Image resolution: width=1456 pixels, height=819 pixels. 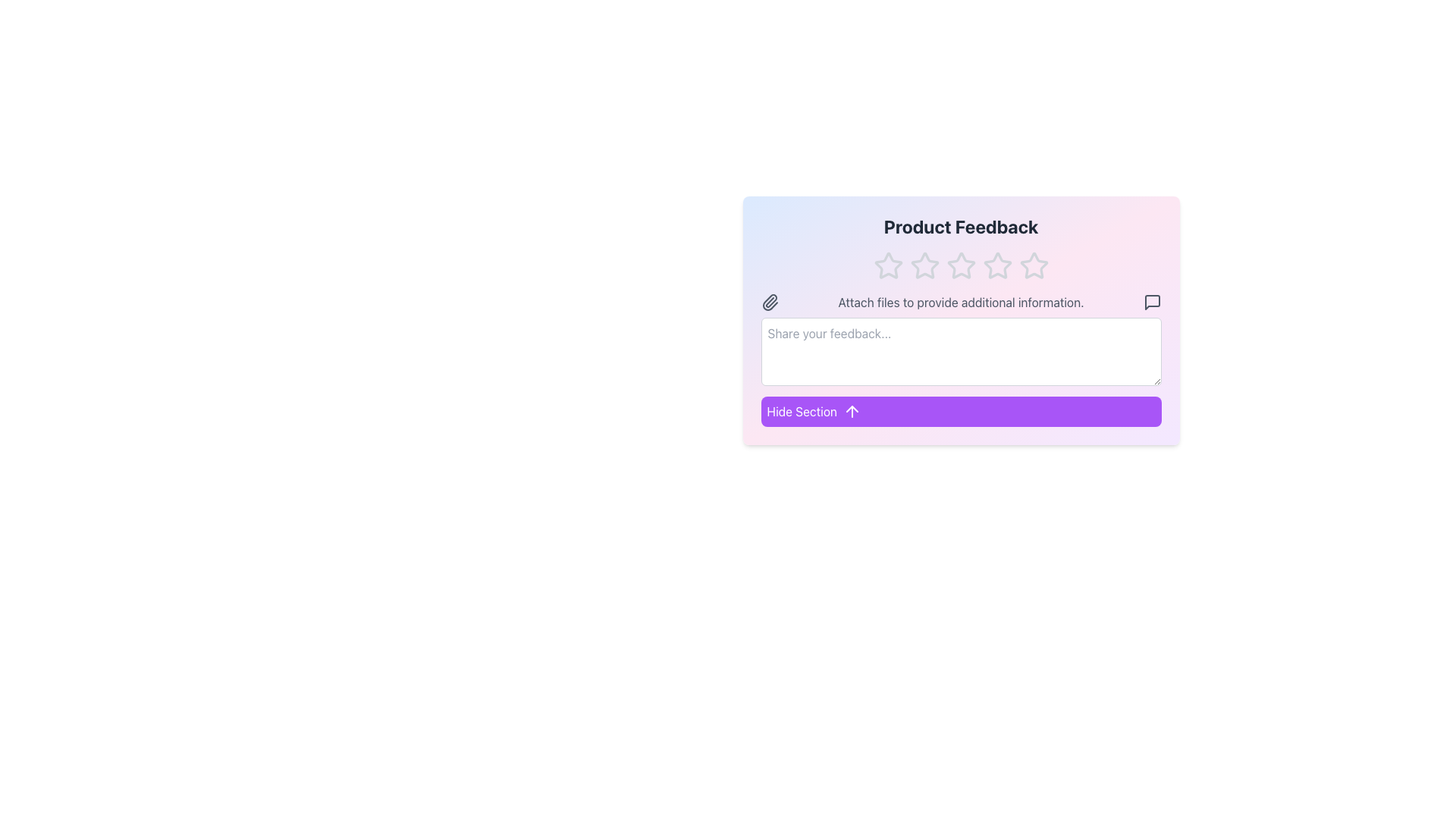 What do you see at coordinates (1152, 302) in the screenshot?
I see `the comment icon located in the top-right corner of the feedback form interface` at bounding box center [1152, 302].